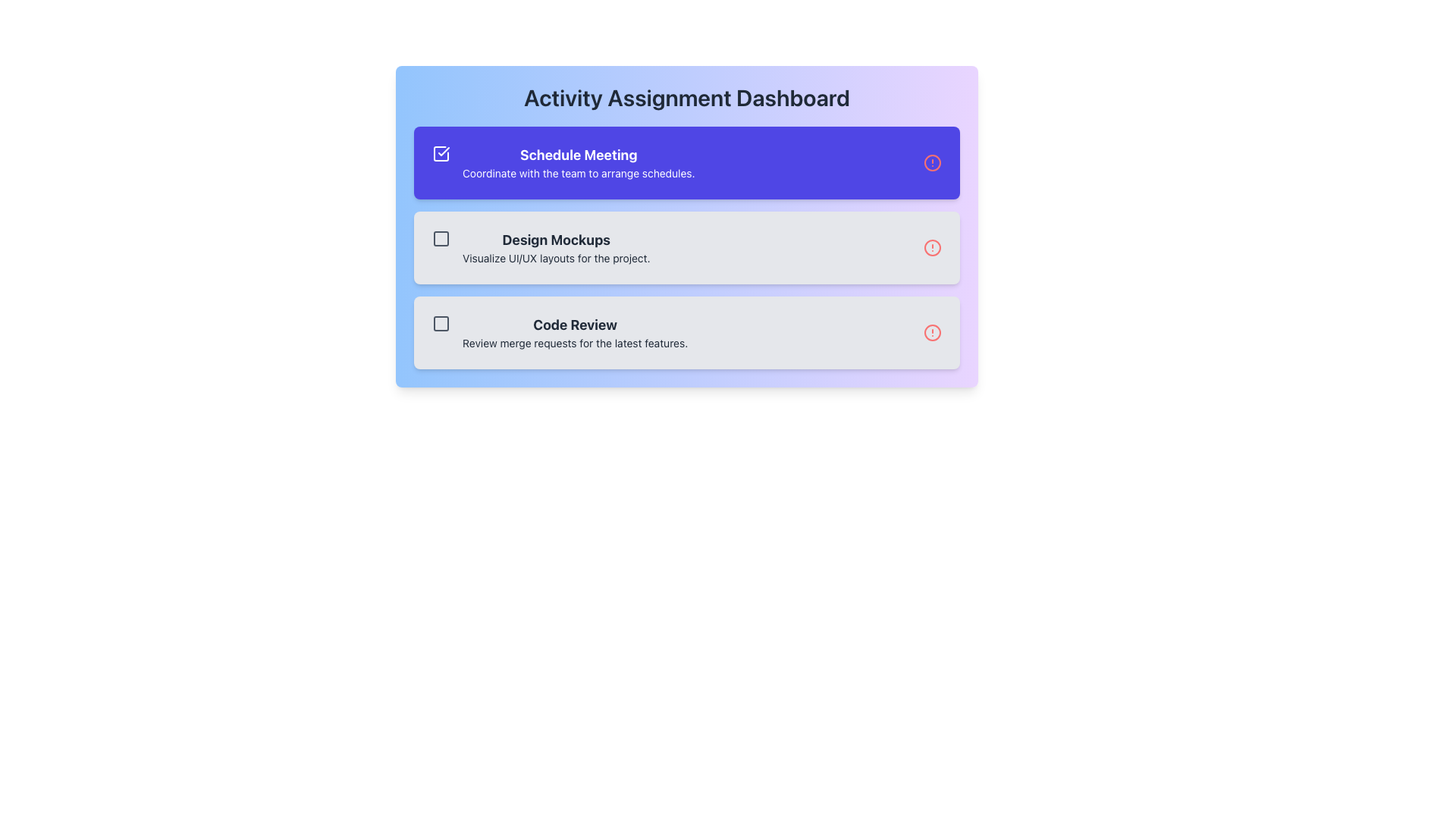  What do you see at coordinates (541, 247) in the screenshot?
I see `the Text Display Panel labeled 'Design Mockups' which is the second item in the vertically stacked card layout, positioned between 'Schedule Meeting' and 'Code Review'` at bounding box center [541, 247].